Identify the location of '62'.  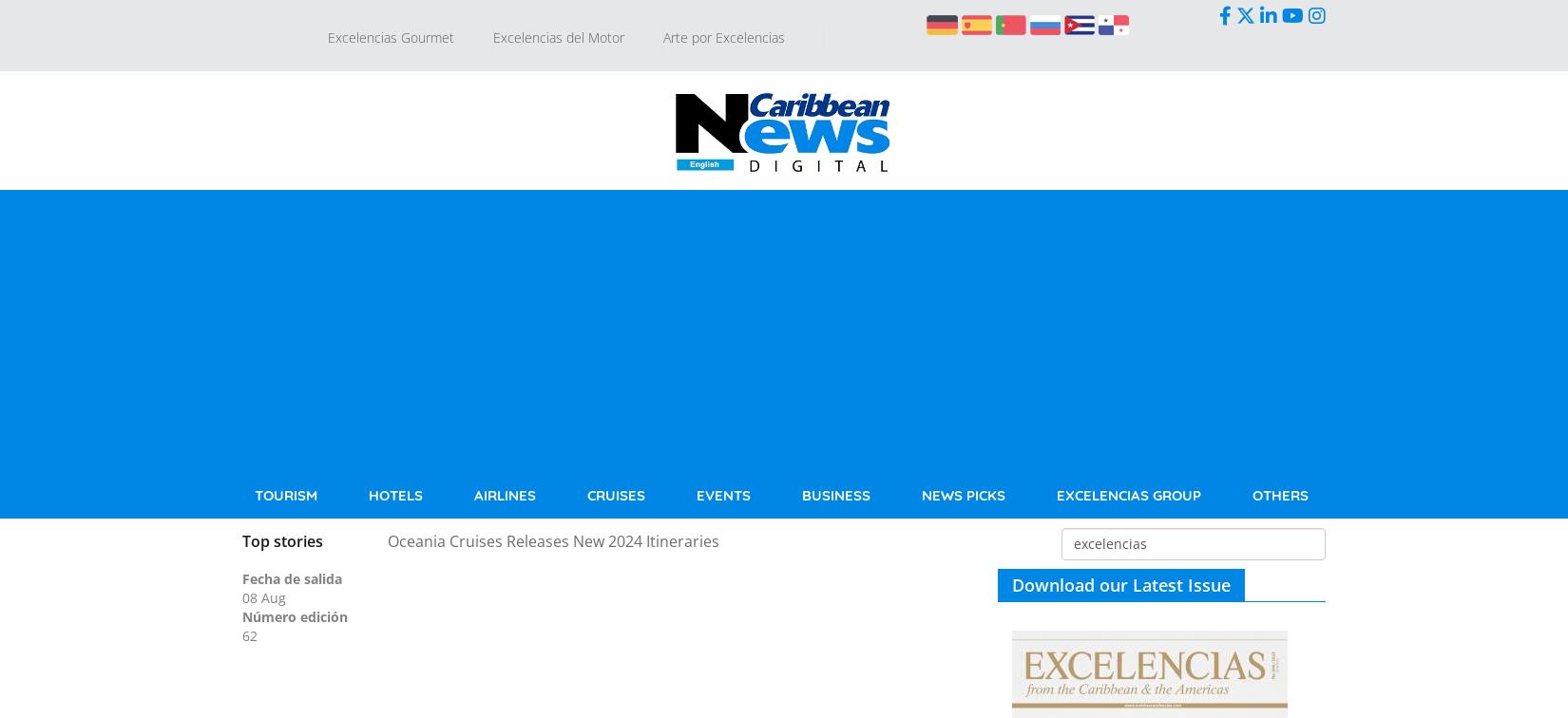
(250, 634).